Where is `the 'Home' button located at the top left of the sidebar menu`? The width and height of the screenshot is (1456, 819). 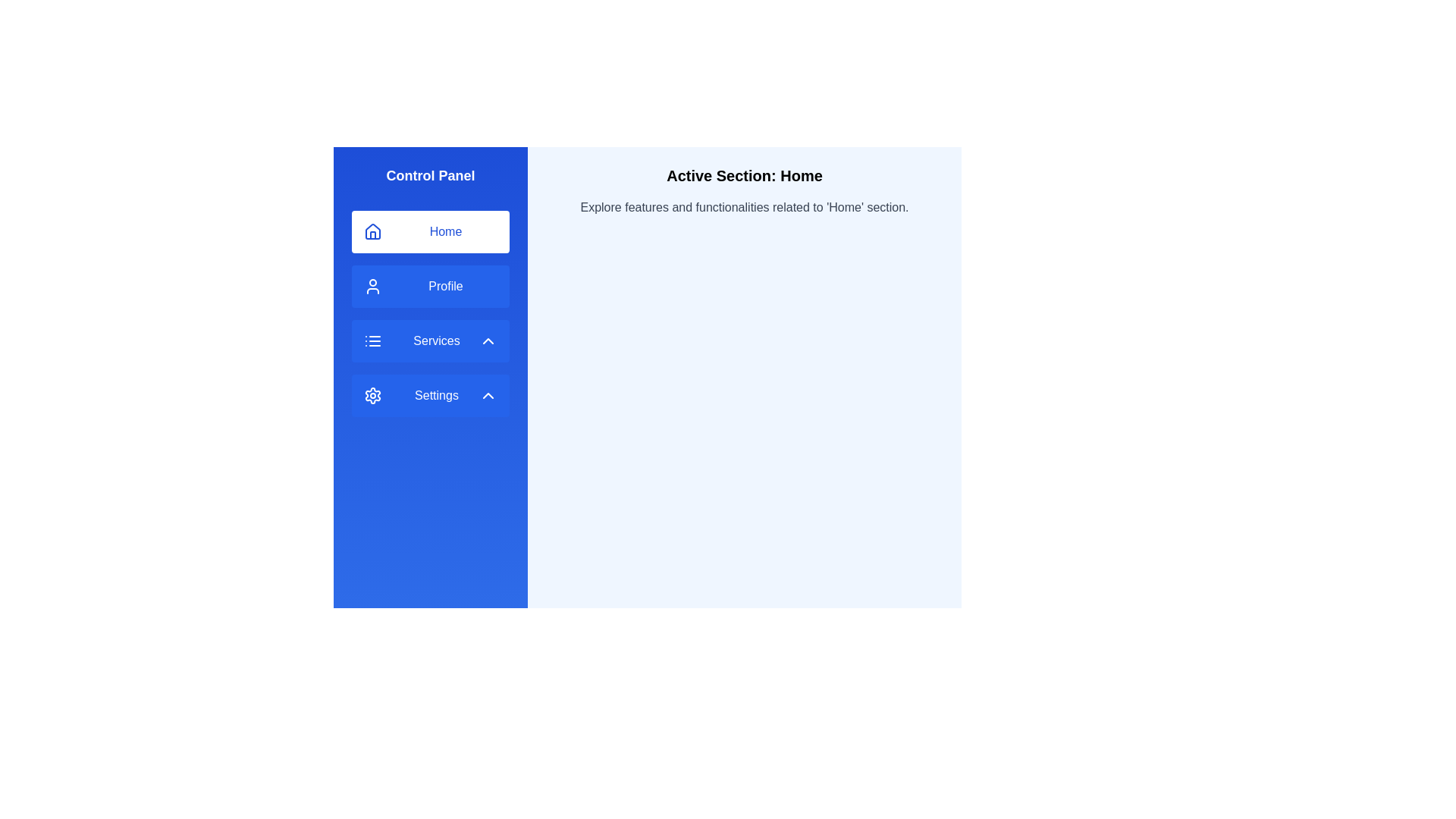 the 'Home' button located at the top left of the sidebar menu is located at coordinates (429, 231).